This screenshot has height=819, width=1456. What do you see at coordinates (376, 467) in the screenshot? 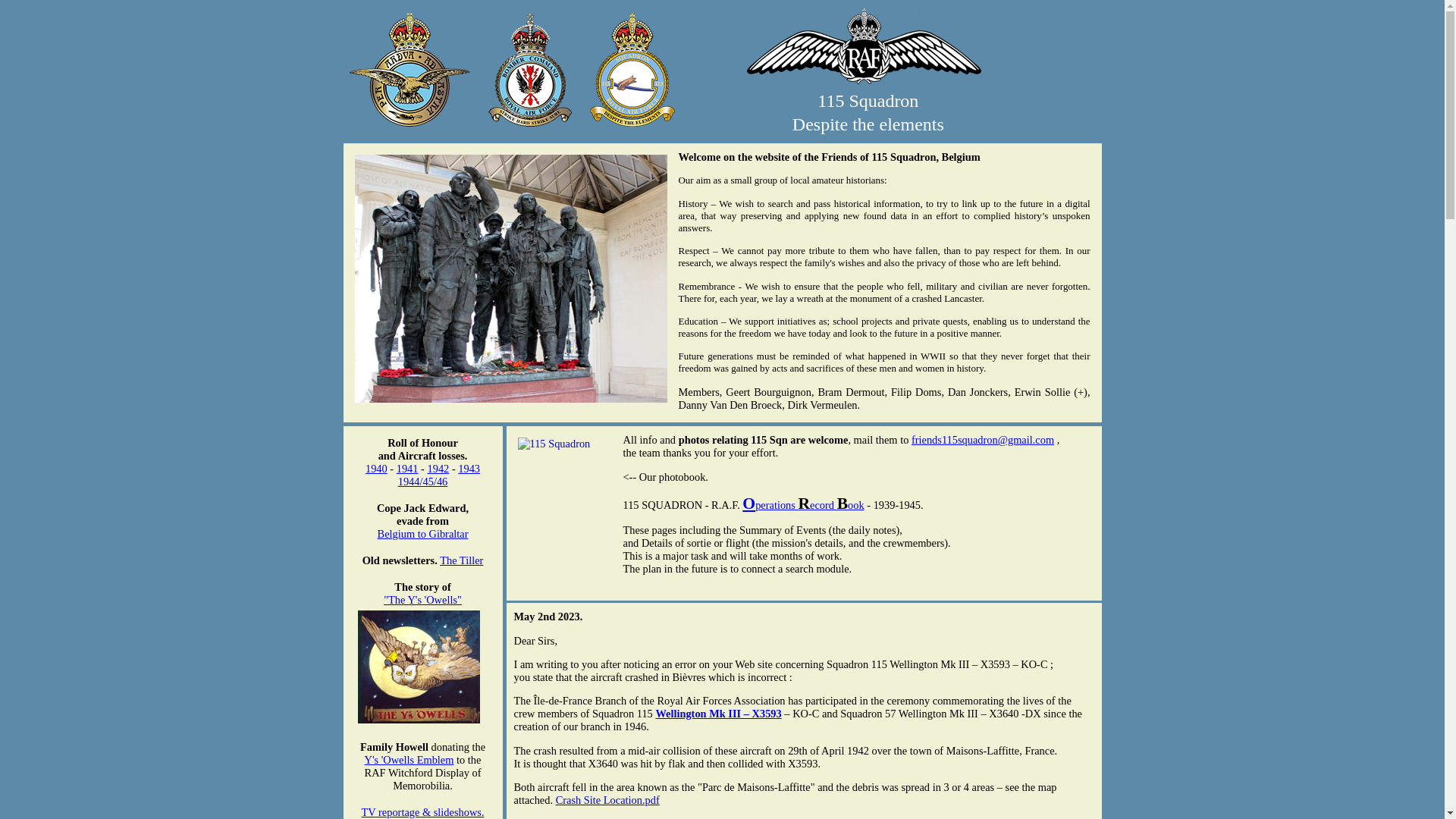
I see `'1940'` at bounding box center [376, 467].